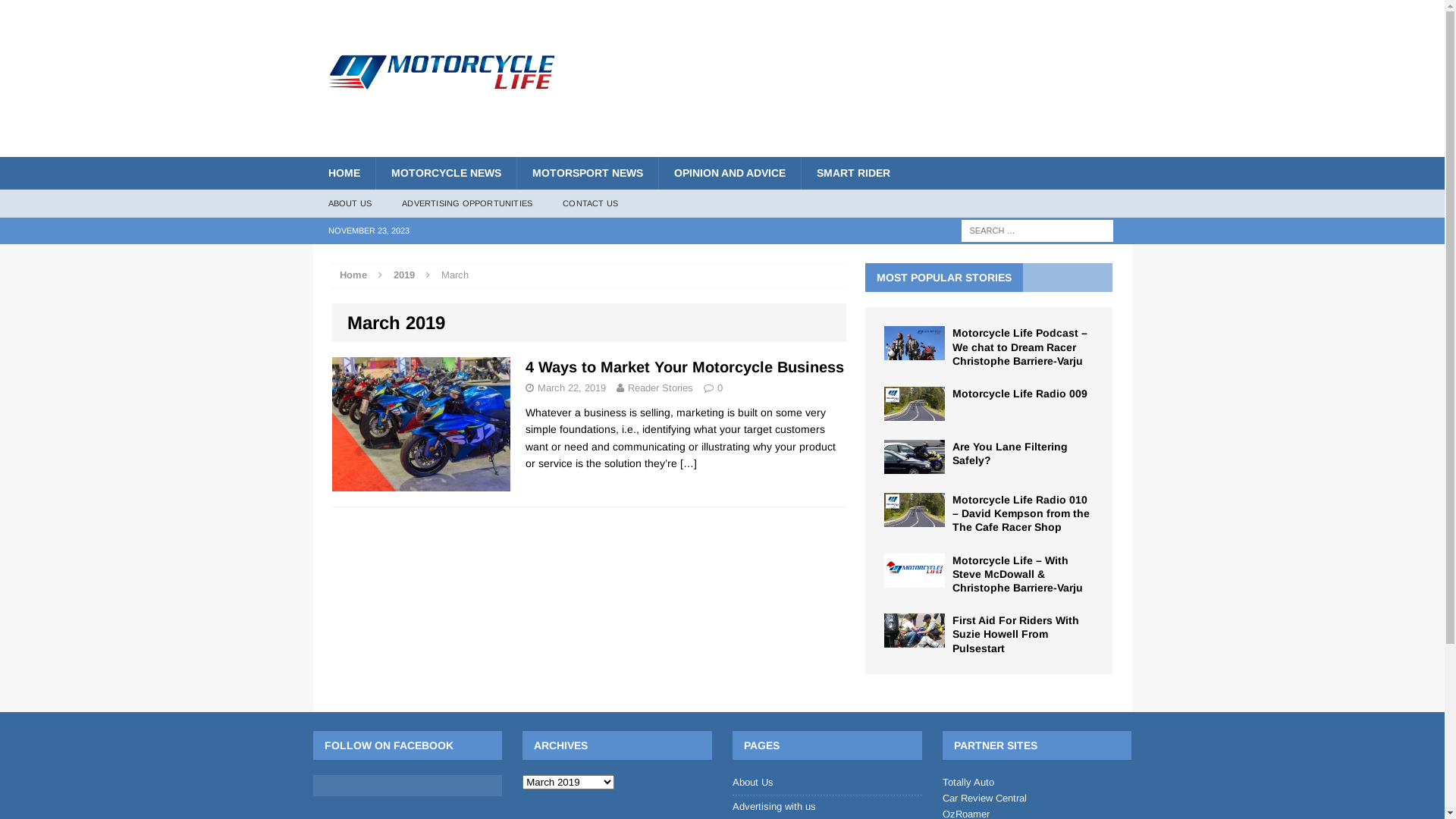 Image resolution: width=1456 pixels, height=819 pixels. Describe the element at coordinates (952, 634) in the screenshot. I see `'First Aid For Riders With Suzie Howell From Pulsestart'` at that location.